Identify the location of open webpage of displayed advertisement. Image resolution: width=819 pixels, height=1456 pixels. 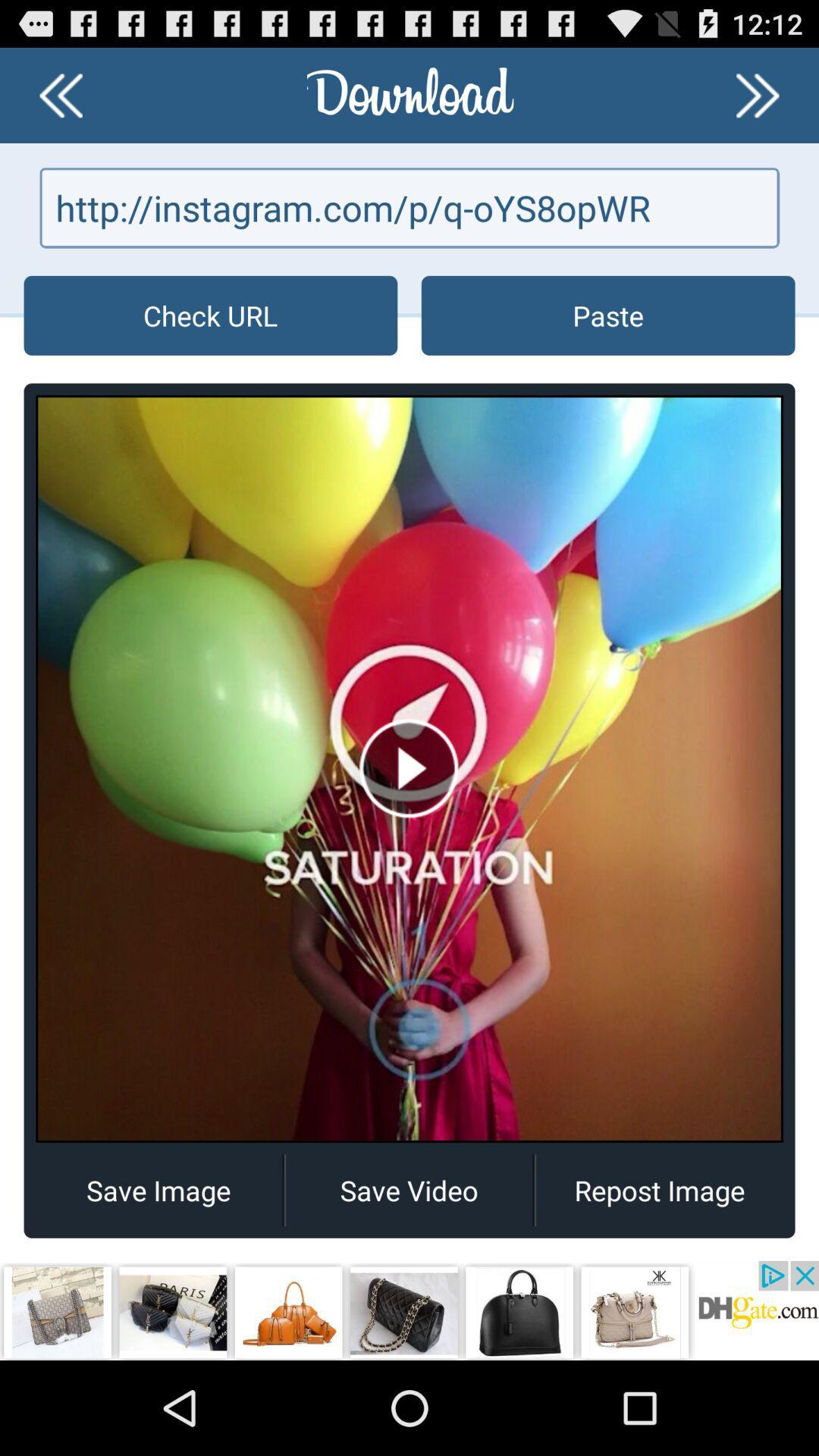
(409, 1310).